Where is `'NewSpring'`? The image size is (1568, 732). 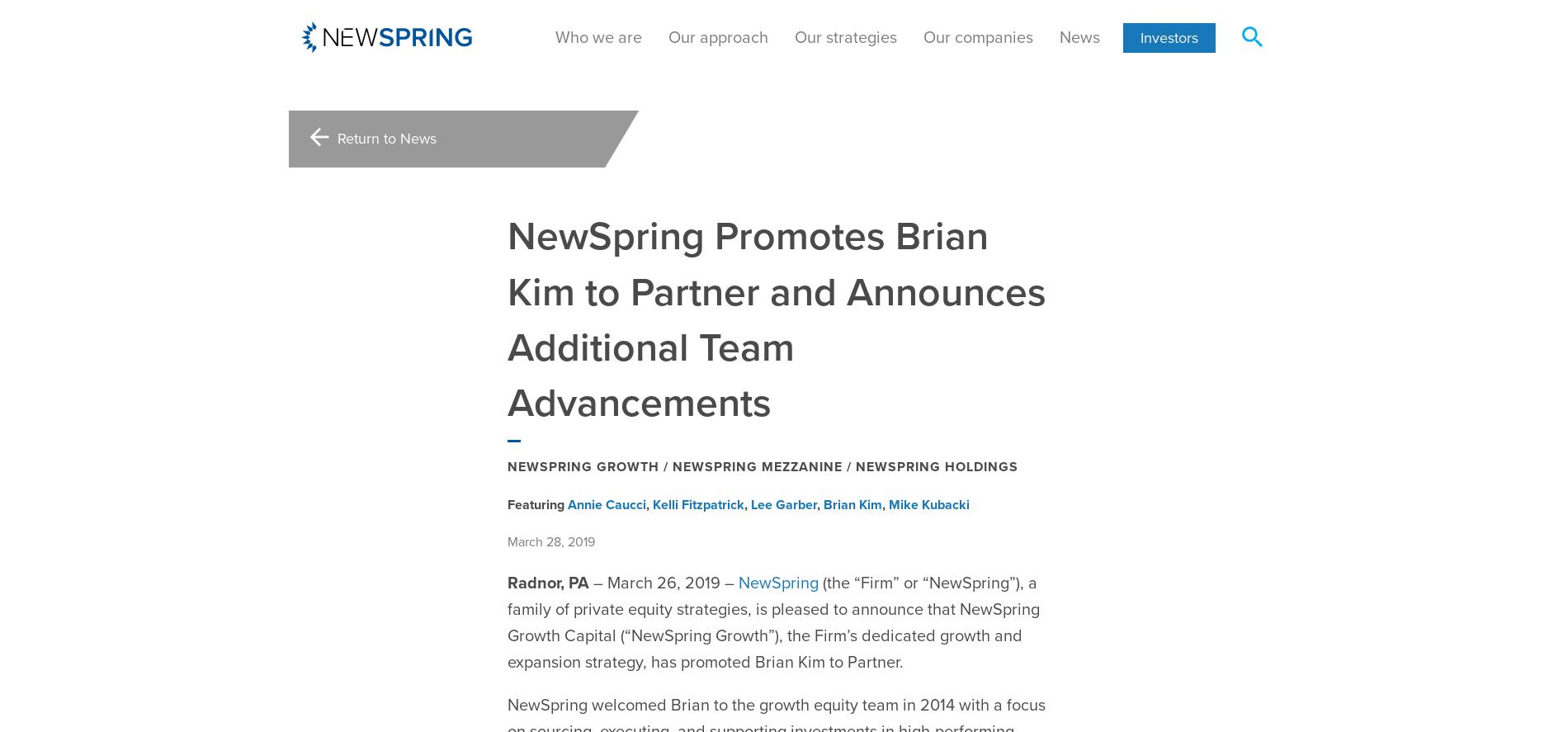
'NewSpring' is located at coordinates (777, 541).